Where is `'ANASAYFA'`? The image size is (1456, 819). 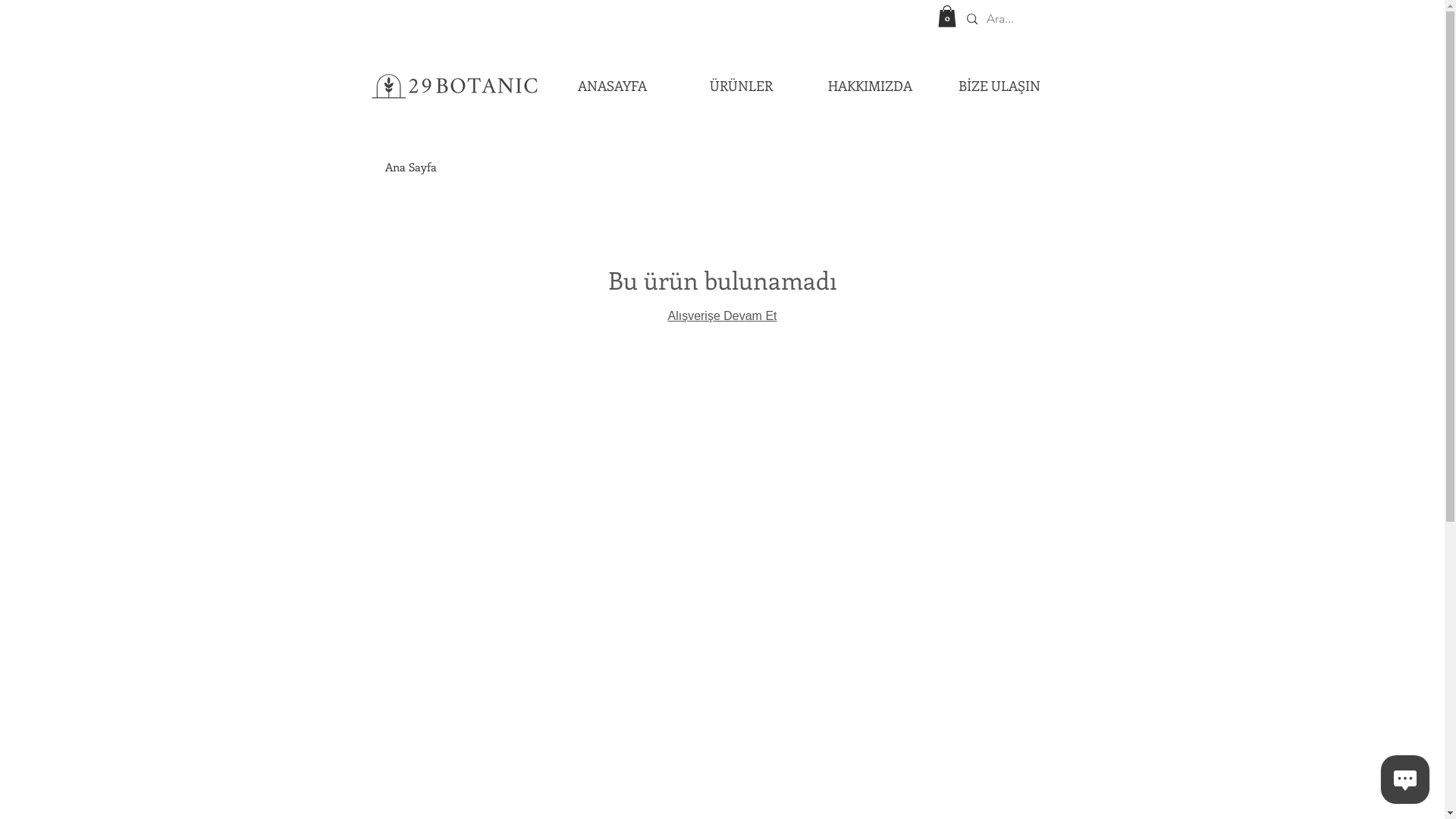
'ANASAYFA' is located at coordinates (612, 85).